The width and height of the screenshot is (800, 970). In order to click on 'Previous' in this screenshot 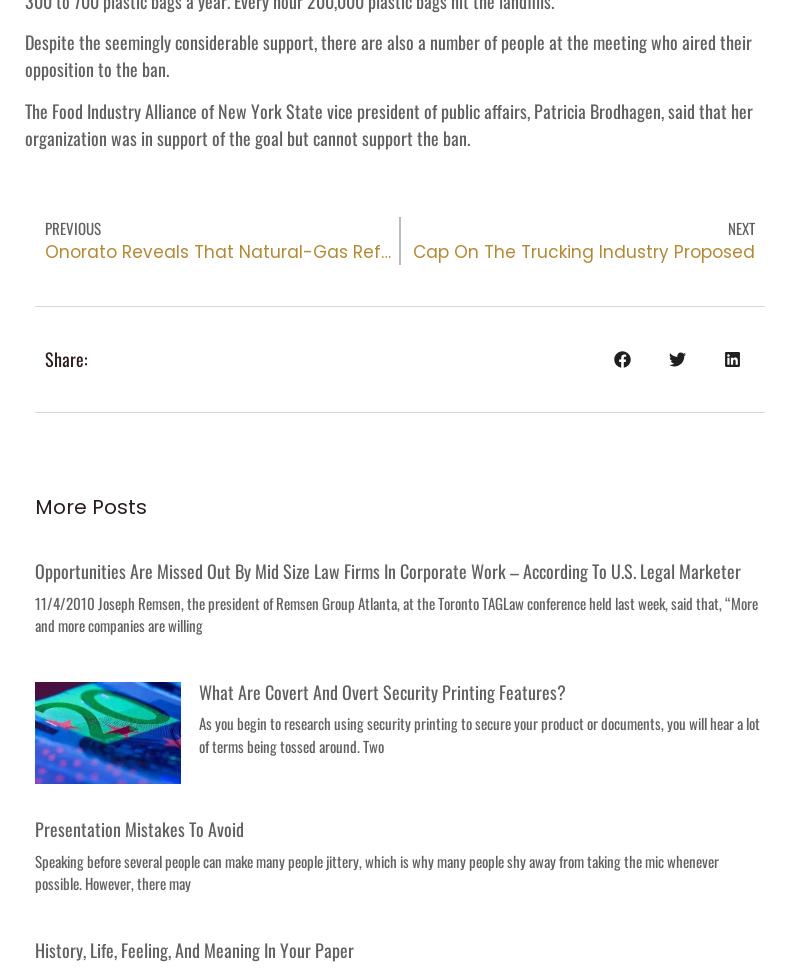, I will do `click(72, 228)`.